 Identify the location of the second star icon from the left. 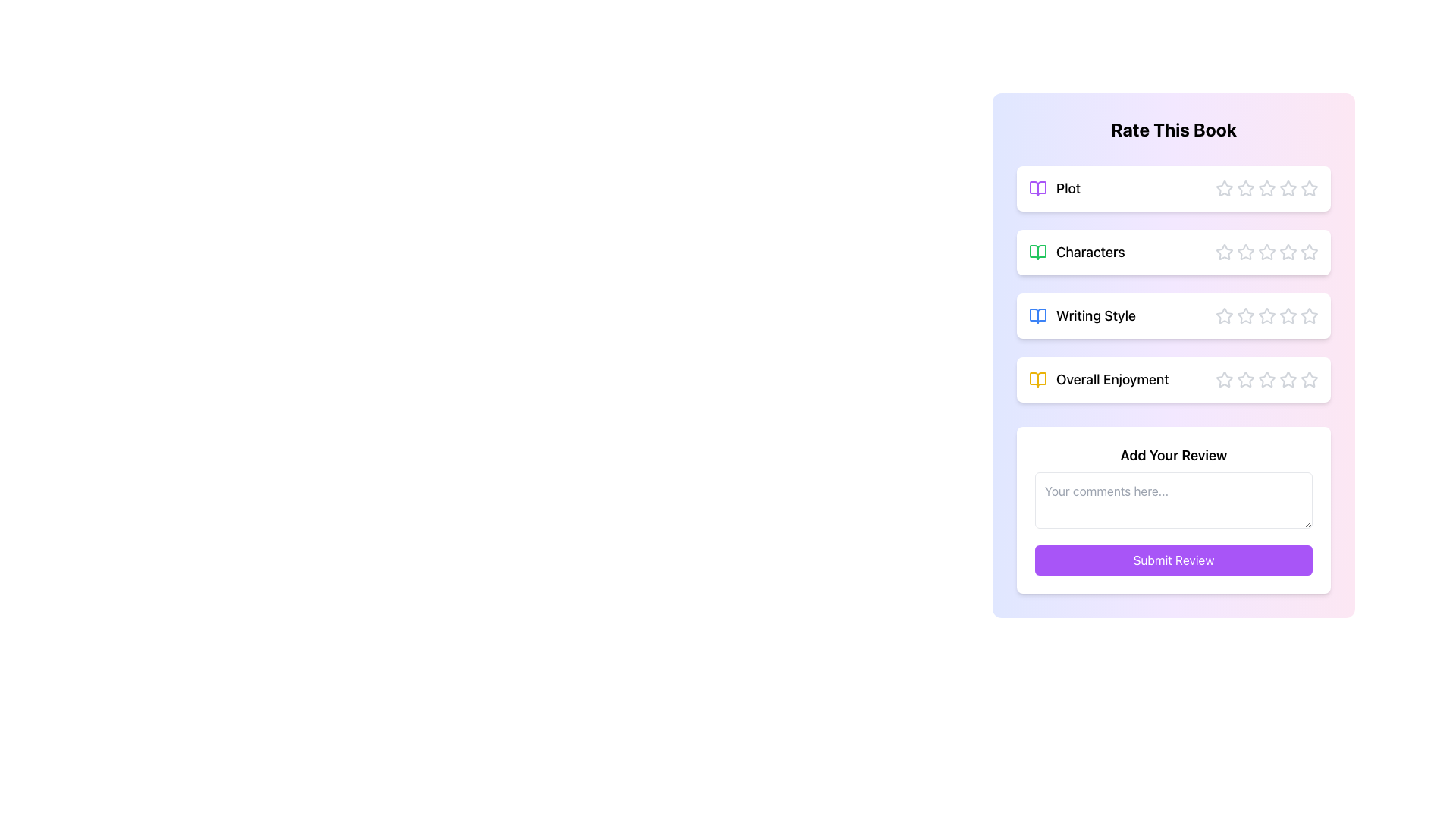
(1244, 250).